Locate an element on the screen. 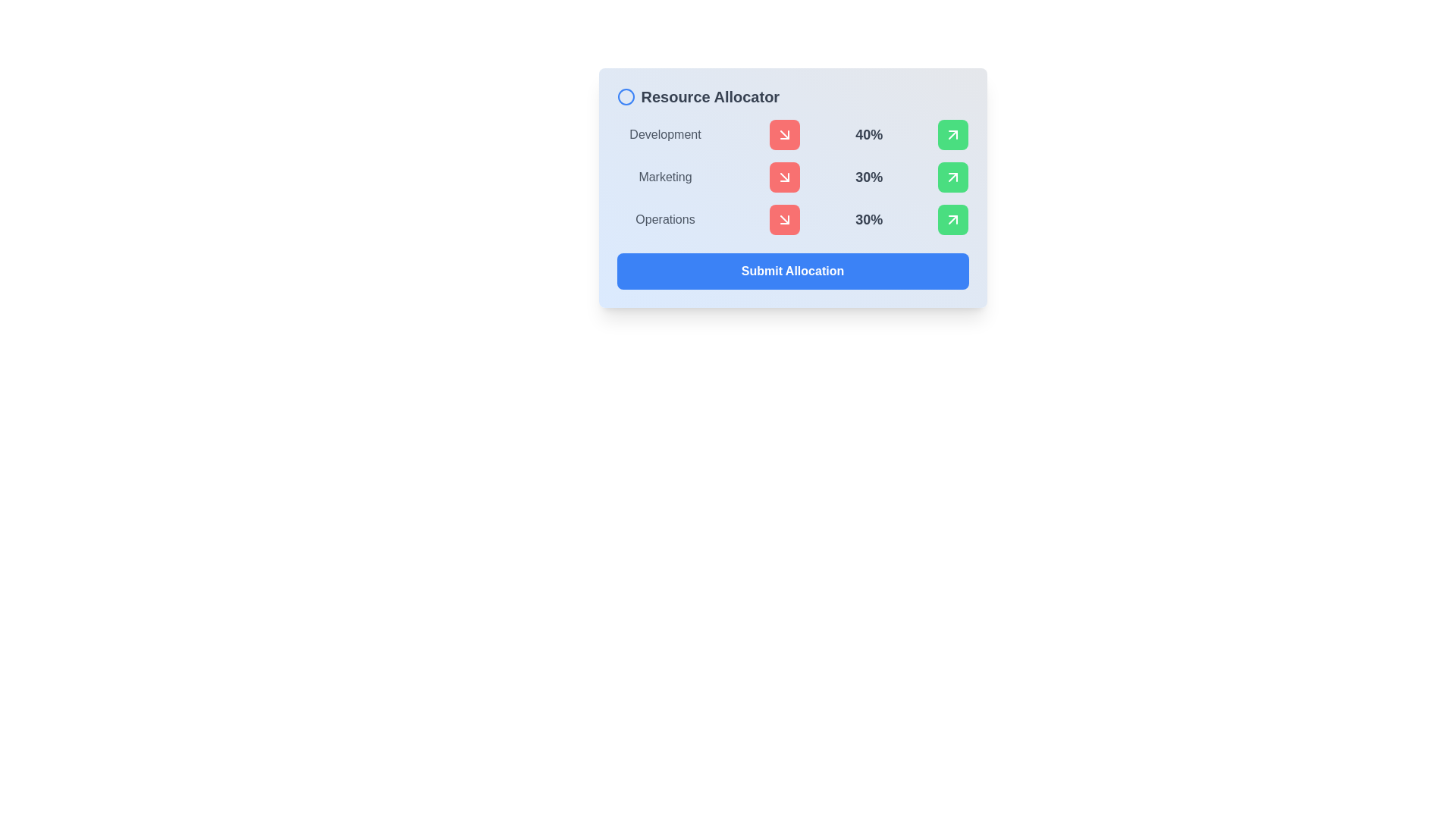 The image size is (1456, 819). the associated resource data for the 'Marketing' allocation row in the 'Resource Allocator' panel, which displays '30%' is located at coordinates (792, 177).